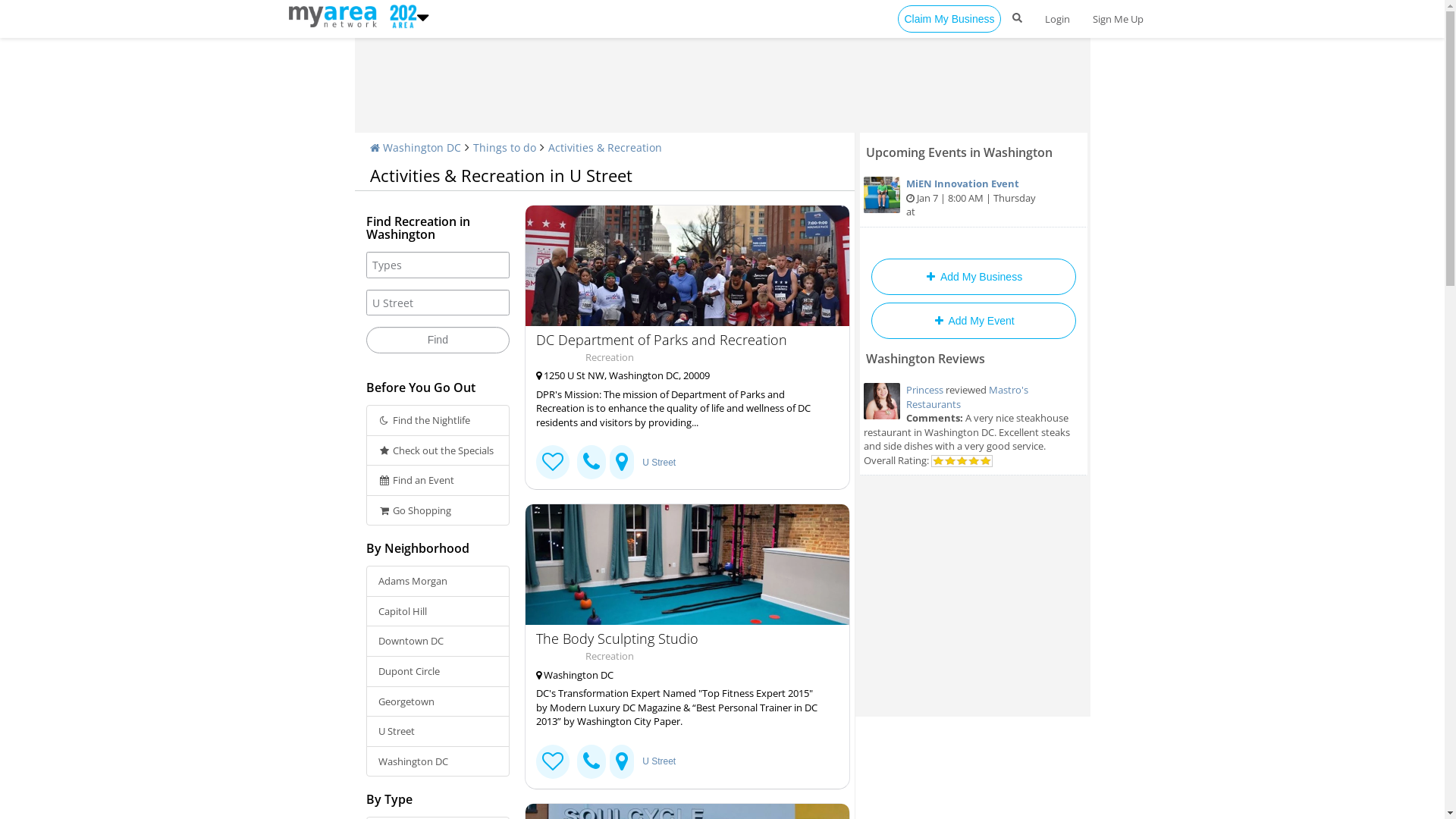 The height and width of the screenshot is (819, 1456). I want to click on 'Downtown DC', so click(436, 641).